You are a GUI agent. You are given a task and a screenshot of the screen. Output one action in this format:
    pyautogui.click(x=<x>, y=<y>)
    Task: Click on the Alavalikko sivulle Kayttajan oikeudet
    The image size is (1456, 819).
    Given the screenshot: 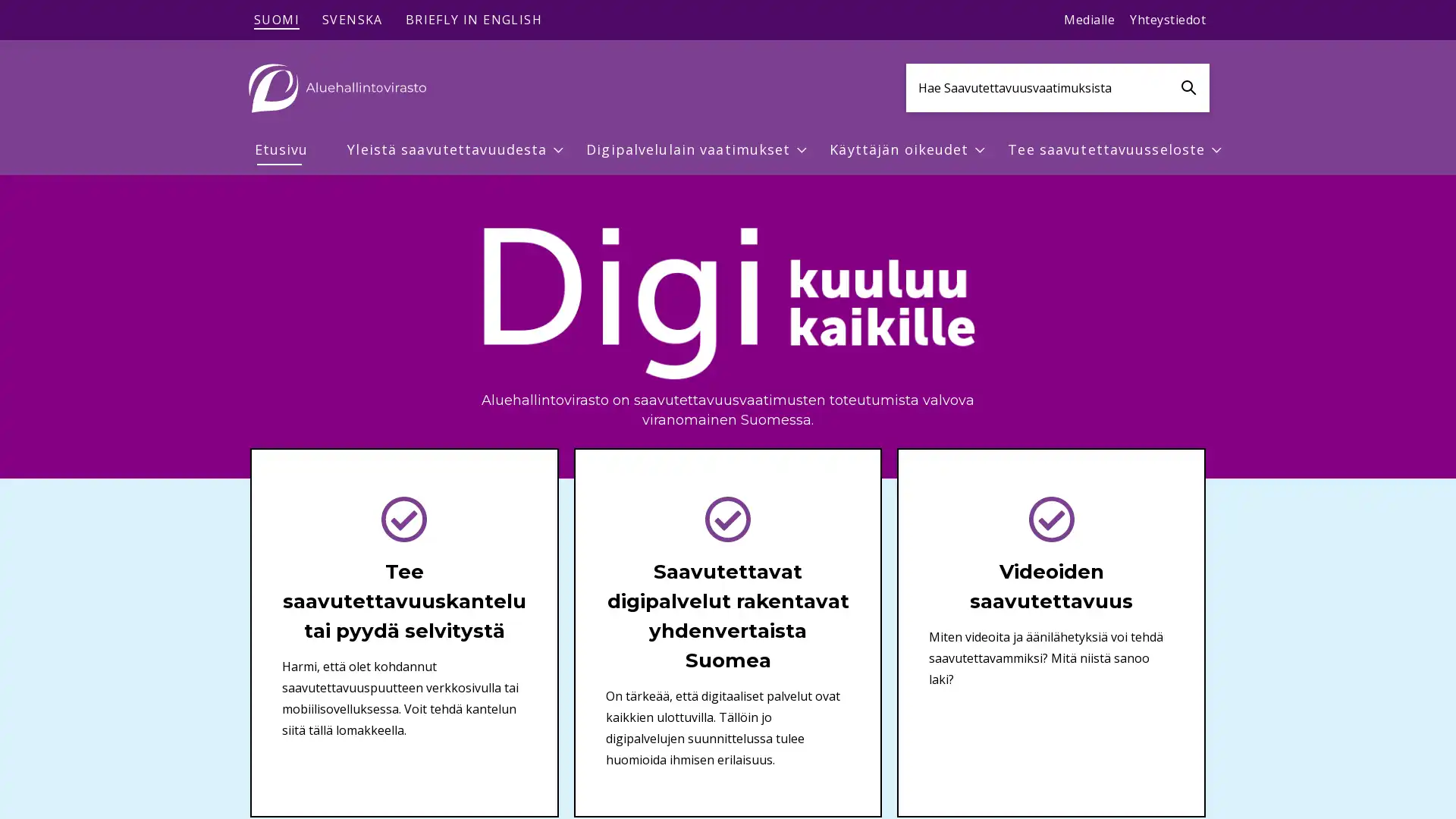 What is the action you would take?
    pyautogui.click(x=980, y=149)
    